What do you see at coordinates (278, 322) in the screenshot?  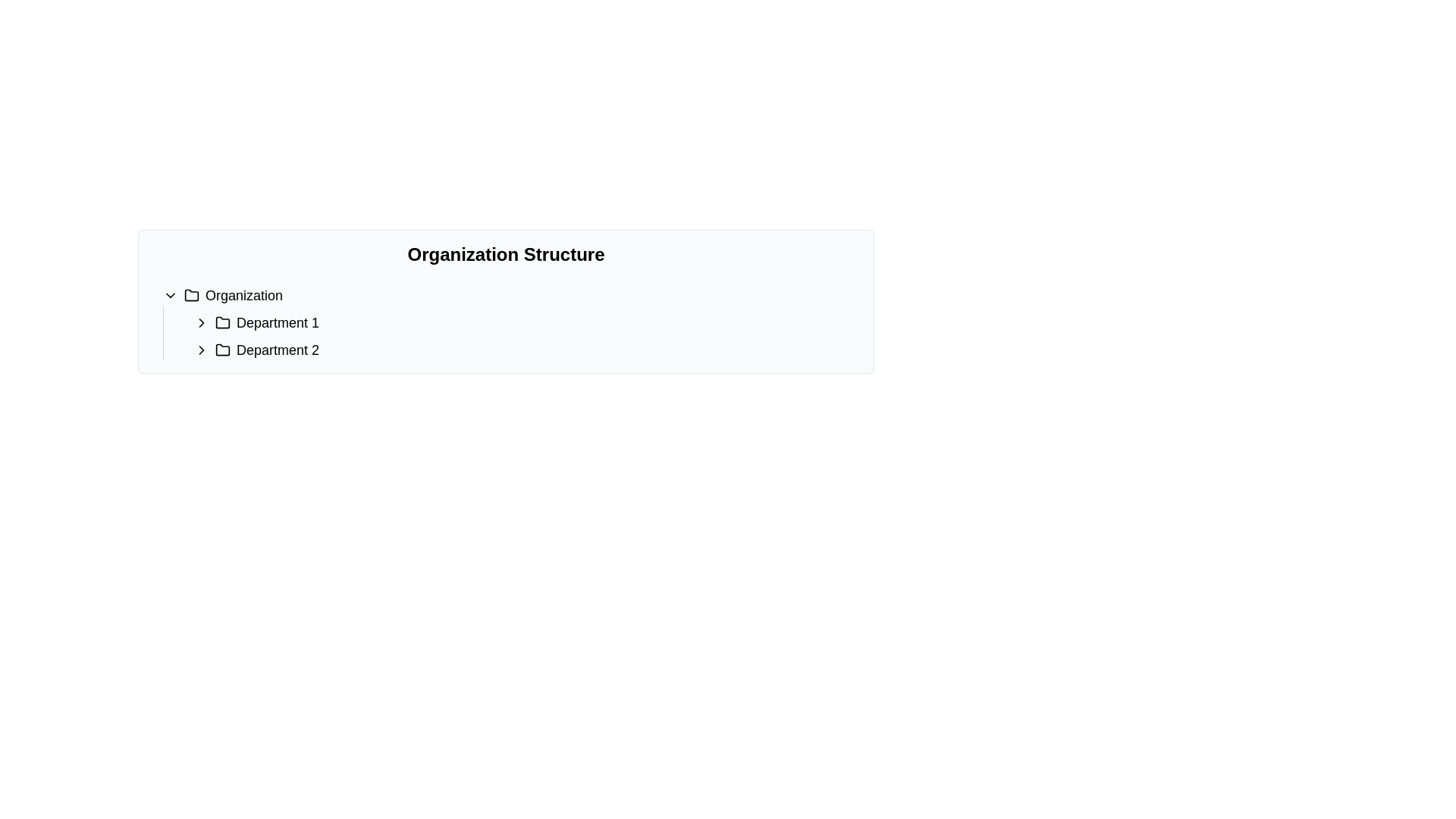 I see `the 'Department 1' static text label` at bounding box center [278, 322].